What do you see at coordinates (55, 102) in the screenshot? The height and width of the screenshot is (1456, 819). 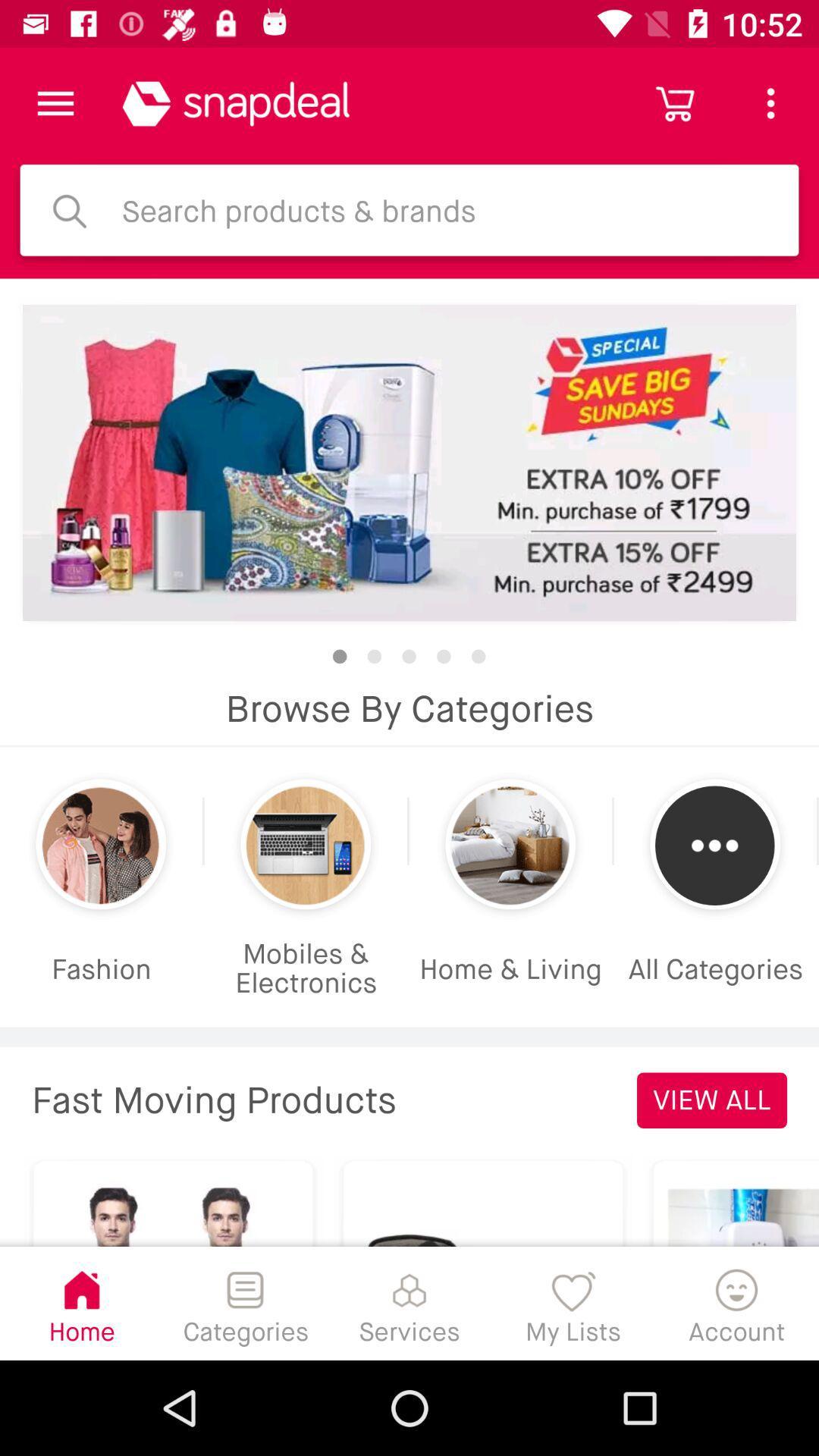 I see `open sidebar menu` at bounding box center [55, 102].